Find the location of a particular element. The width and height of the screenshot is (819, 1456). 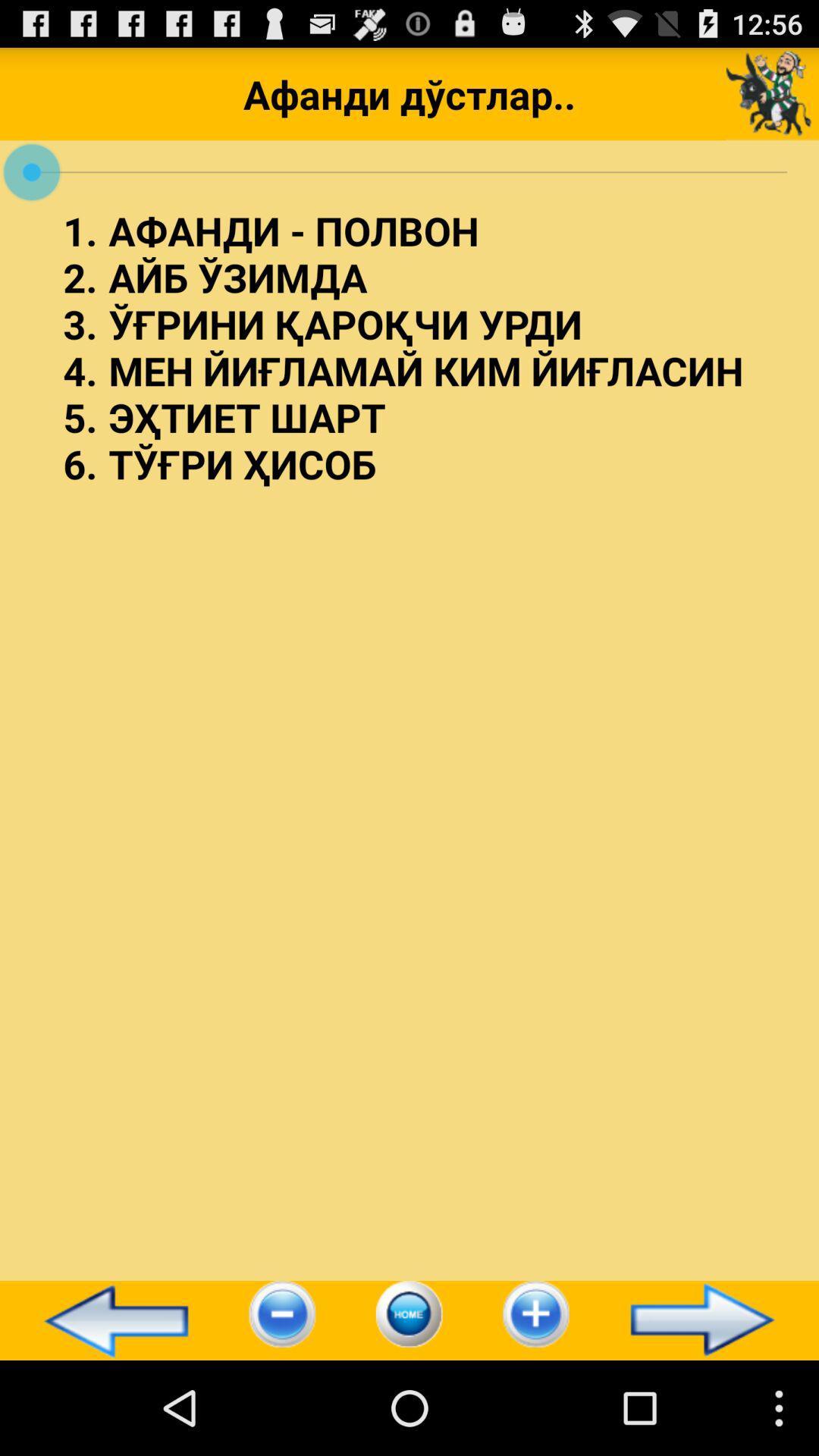

the arrow_forward icon is located at coordinates (709, 1412).